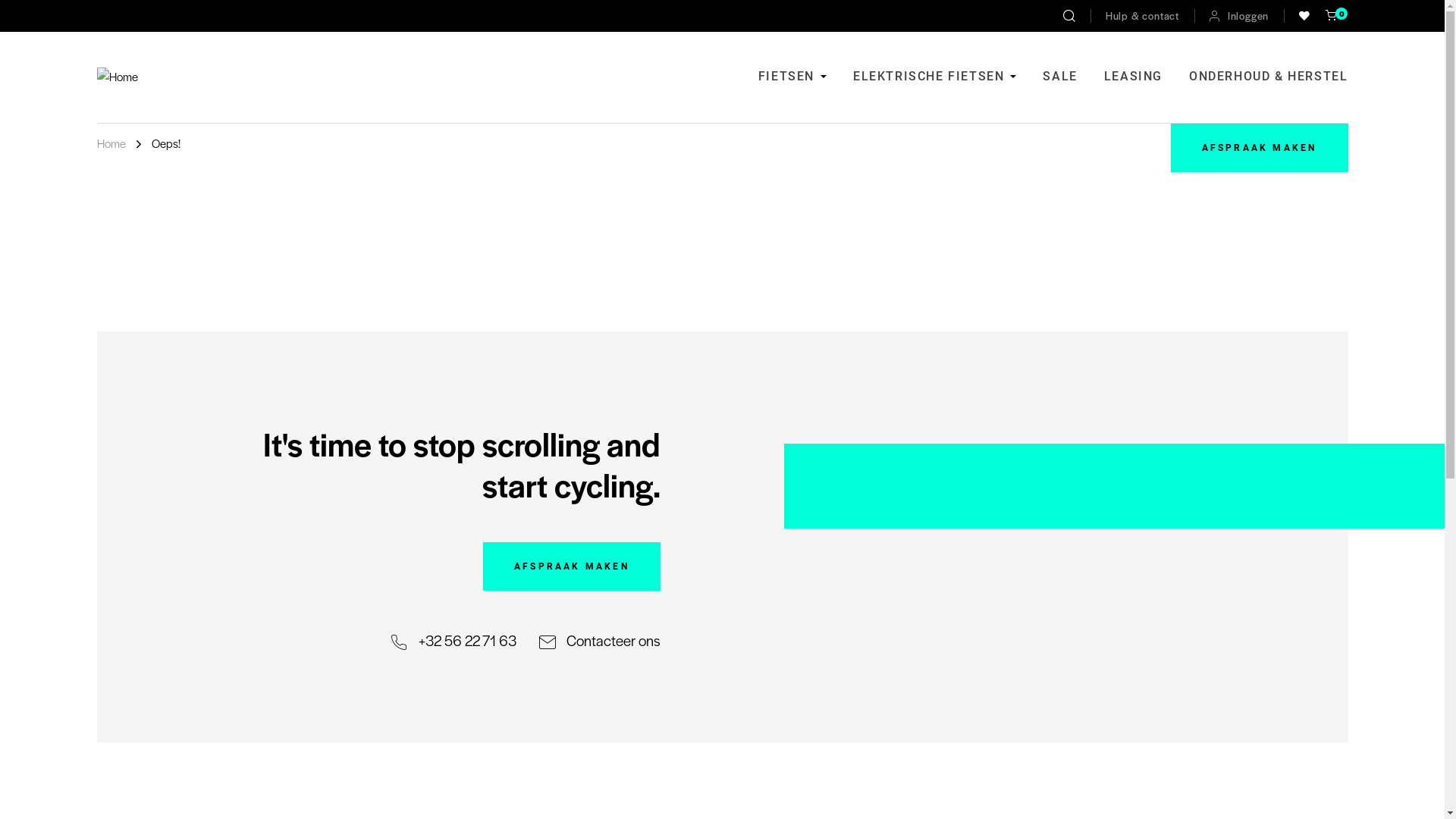 The height and width of the screenshot is (819, 1456). Describe the element at coordinates (1068, 15) in the screenshot. I see `'Apply'` at that location.